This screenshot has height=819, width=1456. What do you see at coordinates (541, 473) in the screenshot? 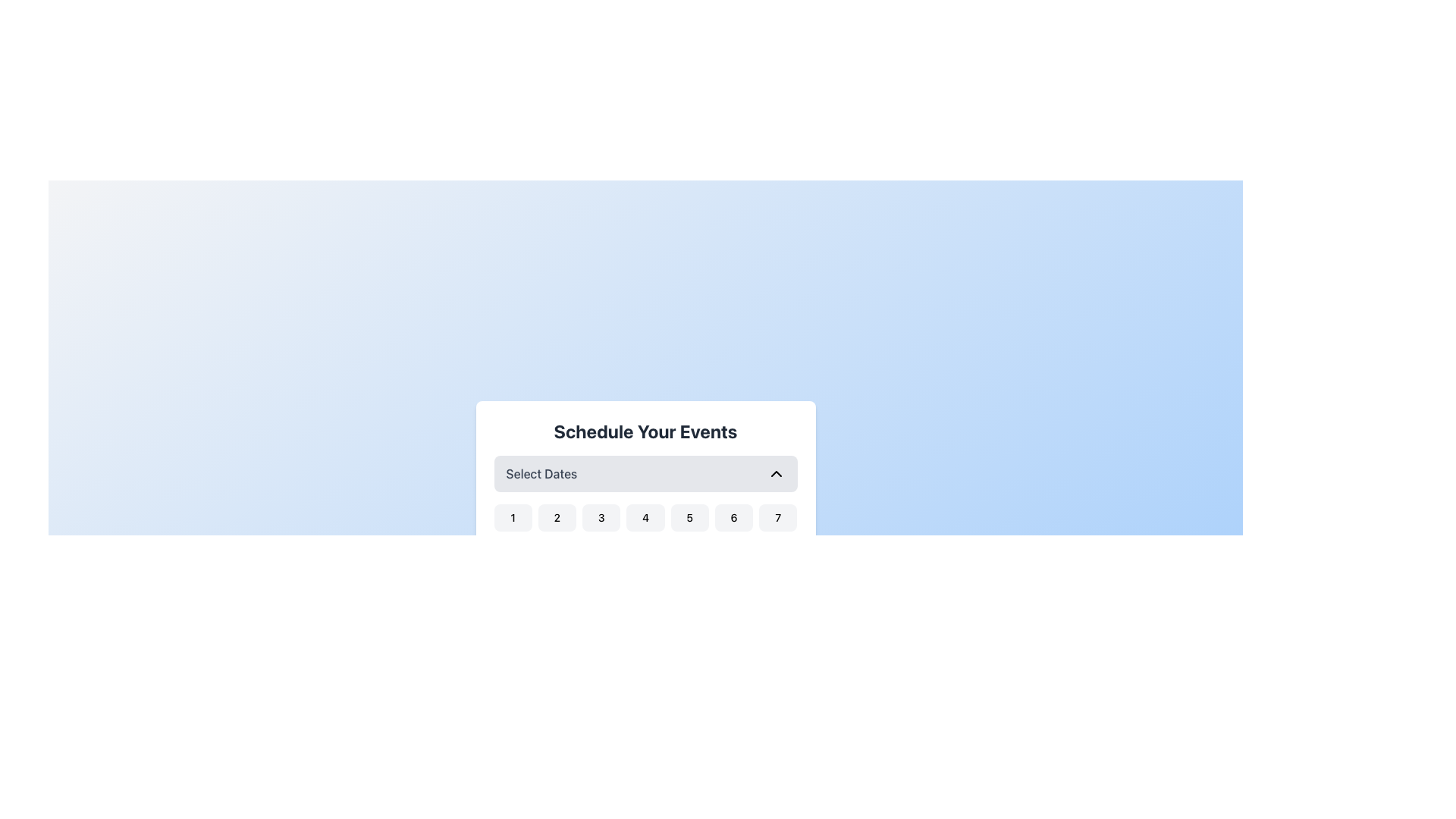
I see `the 'Select Dates' static text label, which is styled with a medium gray font and is positioned in a clickable area within a scheduling interface` at bounding box center [541, 473].